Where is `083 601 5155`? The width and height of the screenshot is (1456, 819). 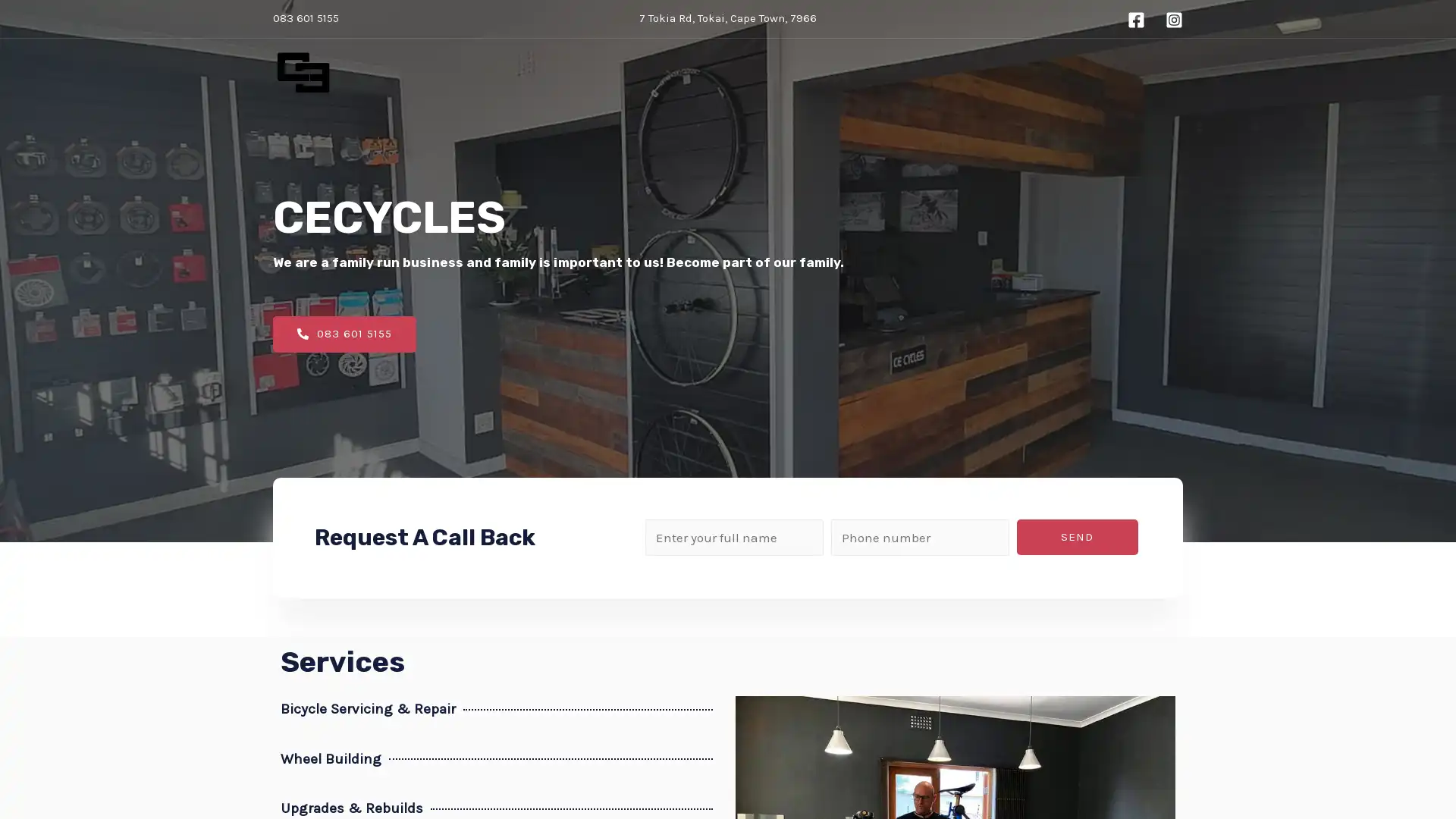
083 601 5155 is located at coordinates (344, 333).